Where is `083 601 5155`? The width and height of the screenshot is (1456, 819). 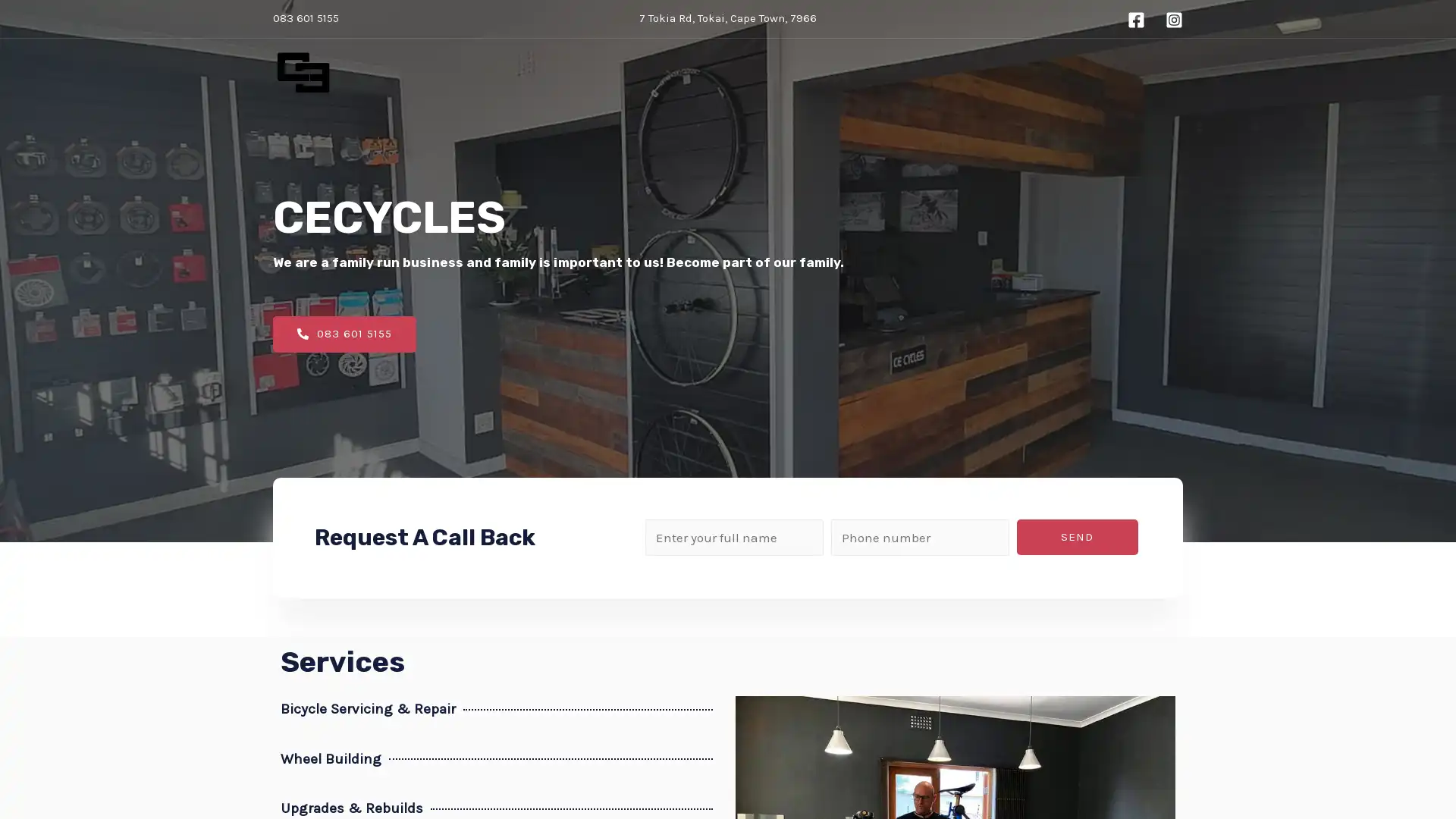
083 601 5155 is located at coordinates (344, 333).